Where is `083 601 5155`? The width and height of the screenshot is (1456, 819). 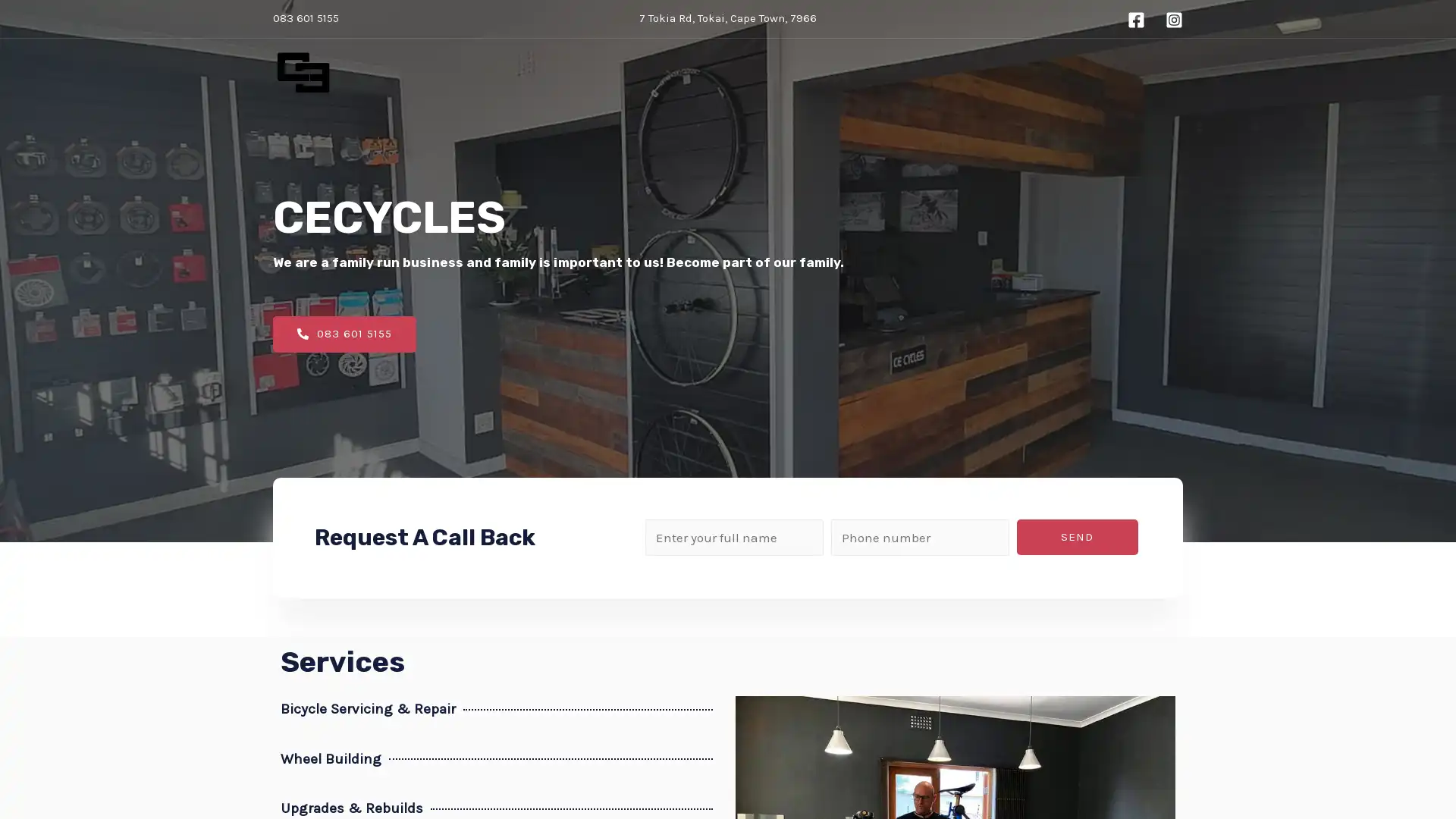
083 601 5155 is located at coordinates (344, 333).